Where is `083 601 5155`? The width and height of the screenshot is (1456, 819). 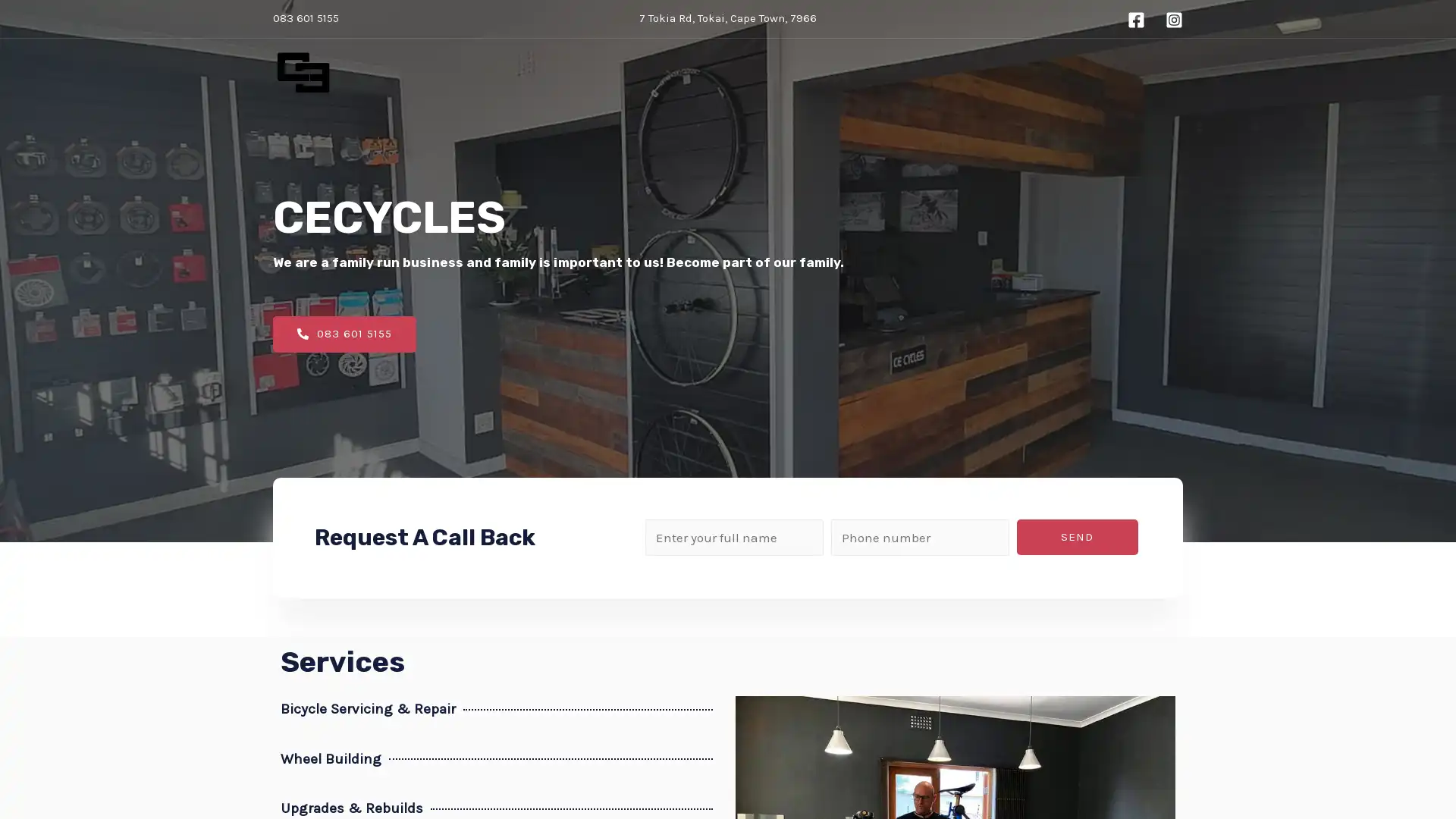
083 601 5155 is located at coordinates (344, 333).